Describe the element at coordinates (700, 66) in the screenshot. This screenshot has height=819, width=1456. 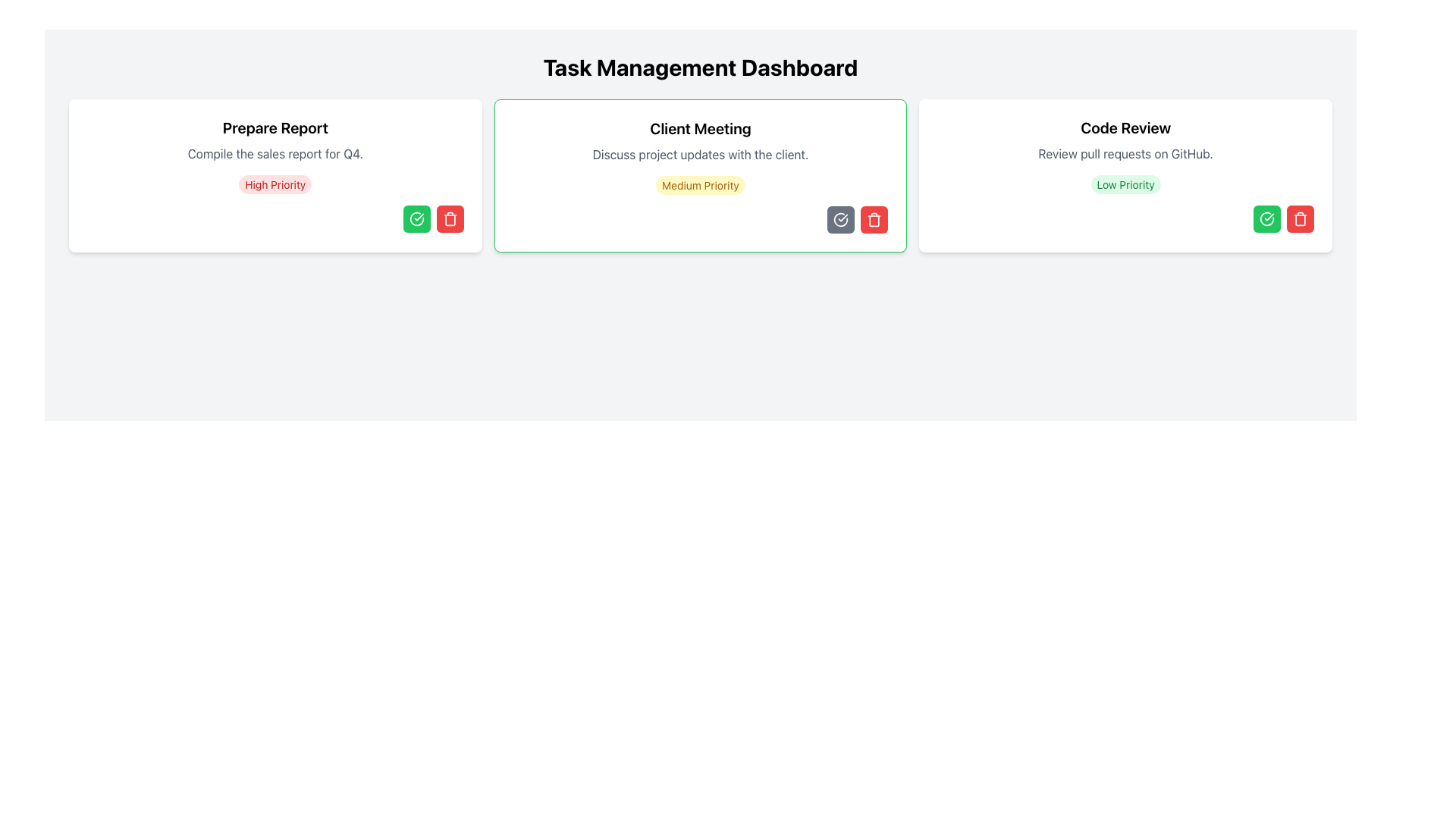
I see `the title element styled with bold, large text, reading 'Task Management Dashboard', positioned at the top of the interface` at that location.